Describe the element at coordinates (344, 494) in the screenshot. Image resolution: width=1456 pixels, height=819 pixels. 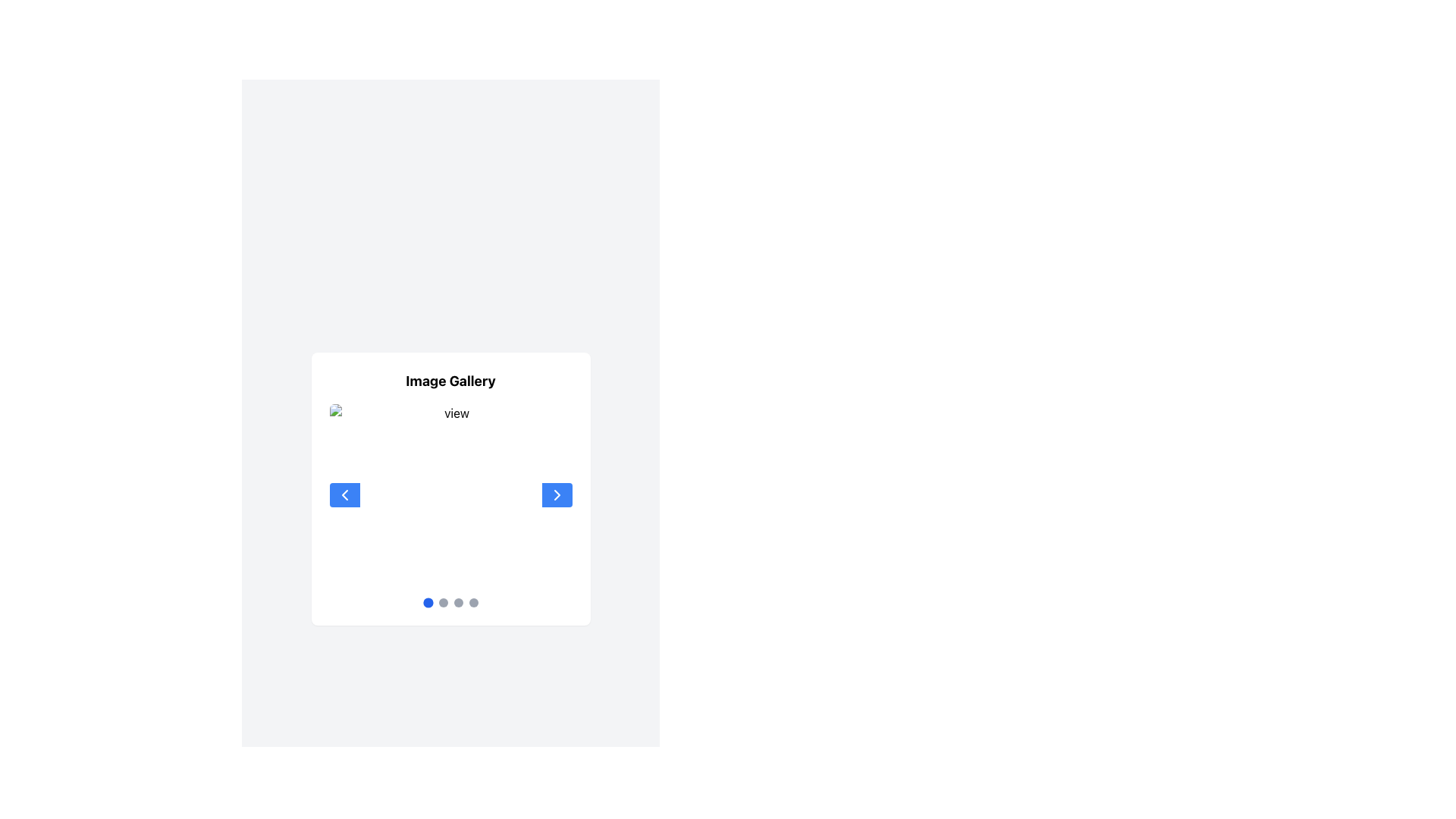
I see `the button that navigates to the previous image in the gallery` at that location.